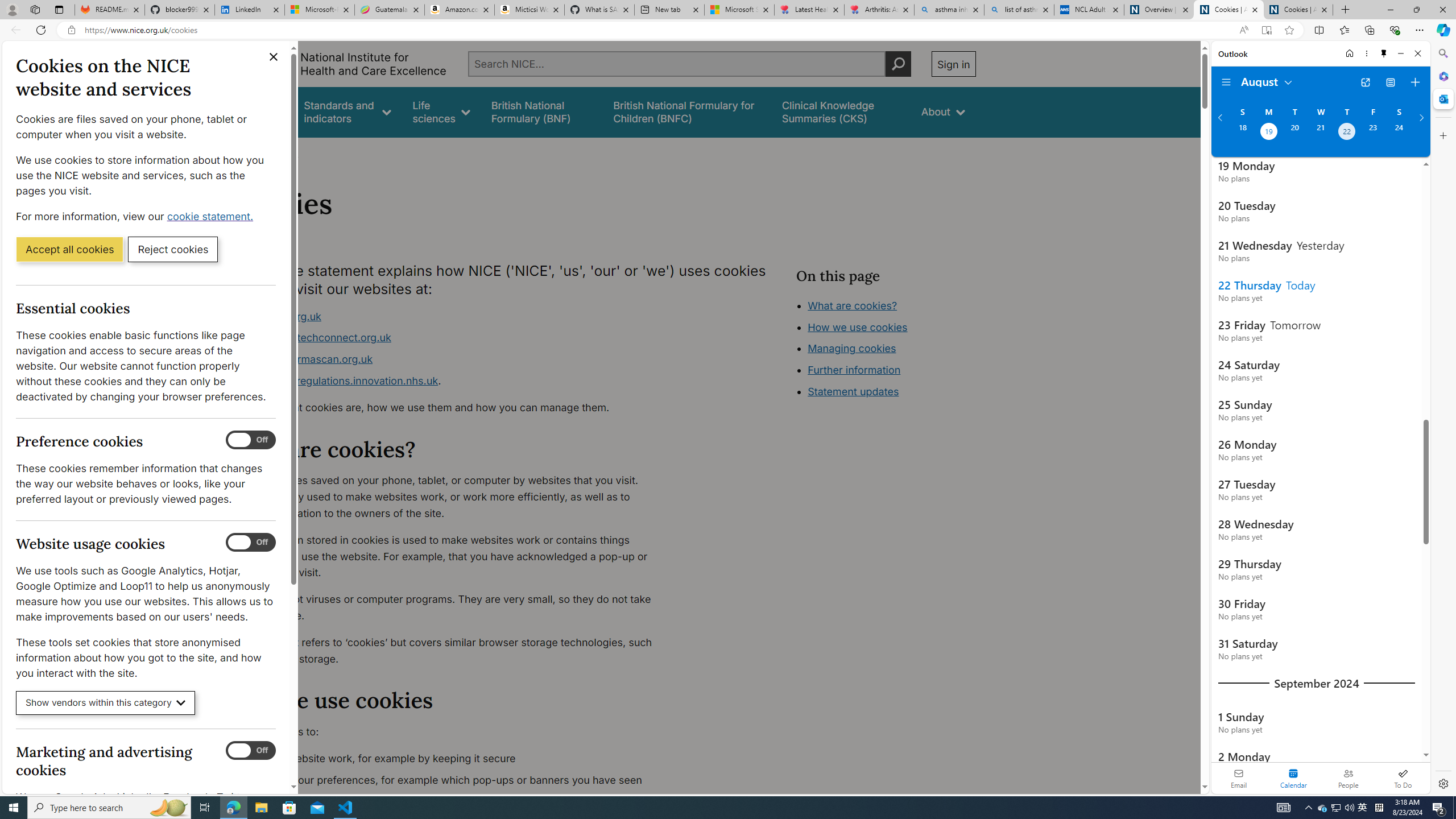  What do you see at coordinates (851, 348) in the screenshot?
I see `'Managing cookies'` at bounding box center [851, 348].